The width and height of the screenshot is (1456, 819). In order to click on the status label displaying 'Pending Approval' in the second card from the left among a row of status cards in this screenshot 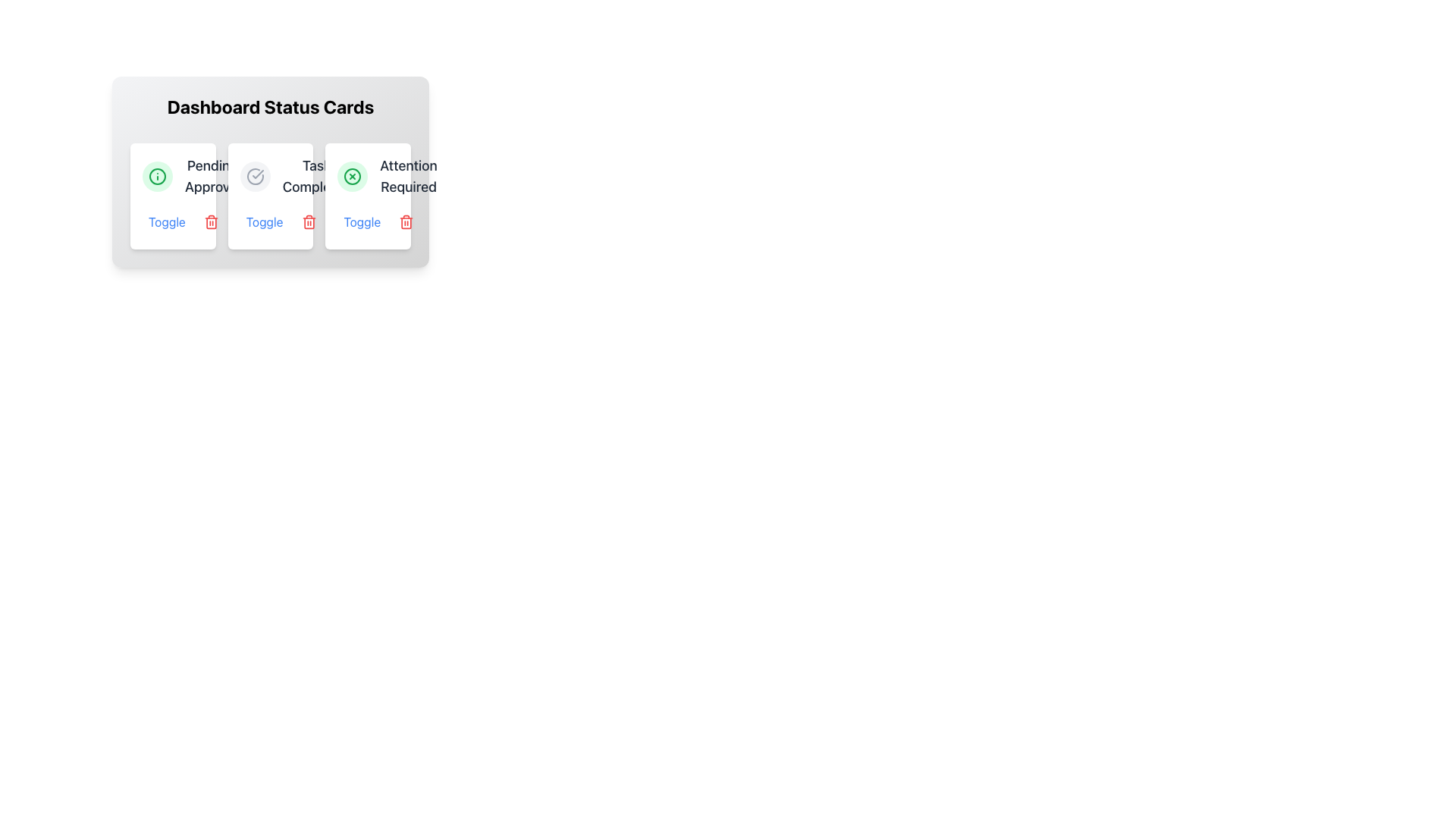, I will do `click(212, 175)`.